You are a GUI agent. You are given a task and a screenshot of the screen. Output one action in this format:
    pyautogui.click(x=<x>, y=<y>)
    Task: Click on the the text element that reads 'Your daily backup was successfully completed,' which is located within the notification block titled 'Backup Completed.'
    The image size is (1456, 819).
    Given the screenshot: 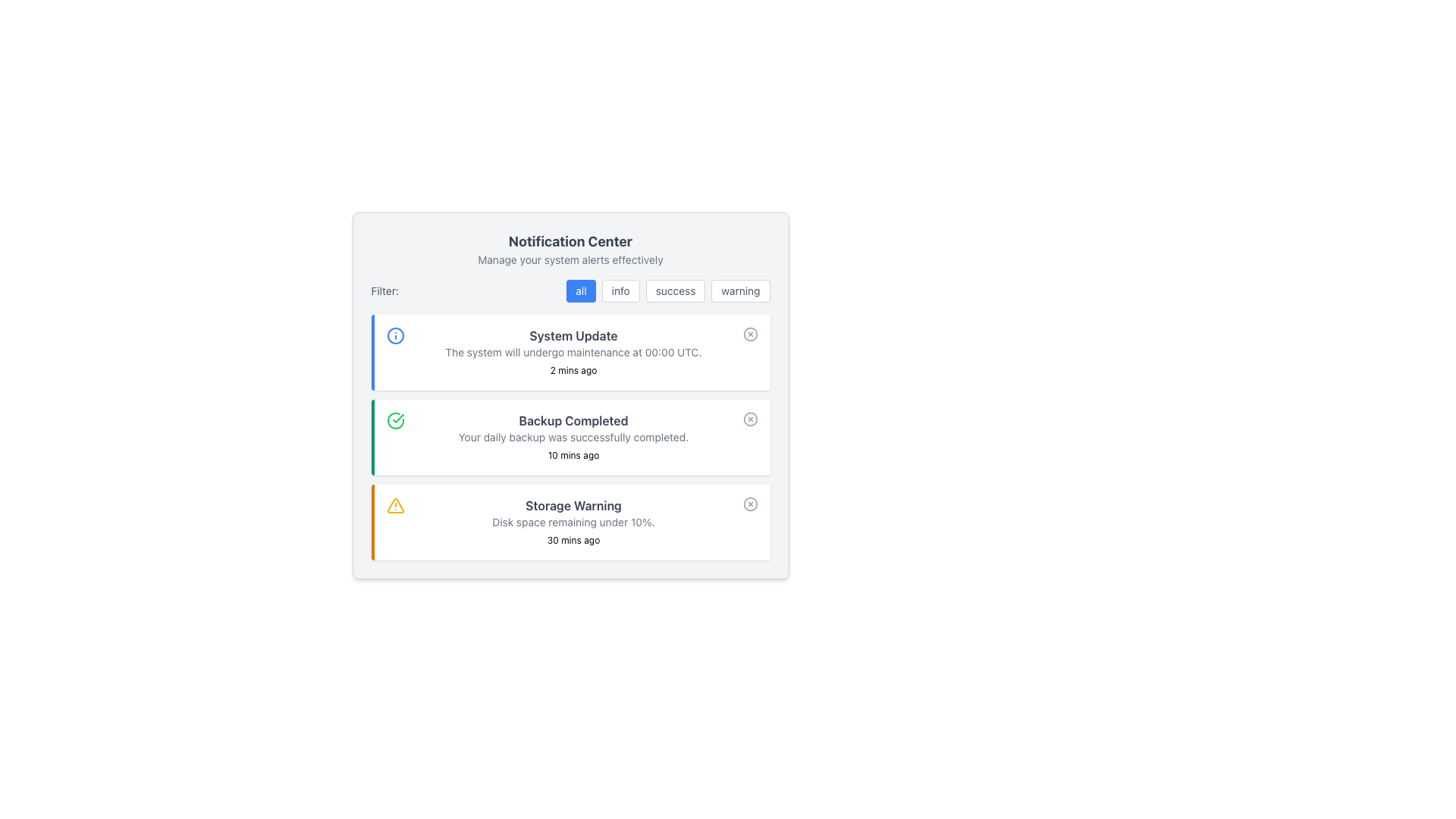 What is the action you would take?
    pyautogui.click(x=573, y=438)
    